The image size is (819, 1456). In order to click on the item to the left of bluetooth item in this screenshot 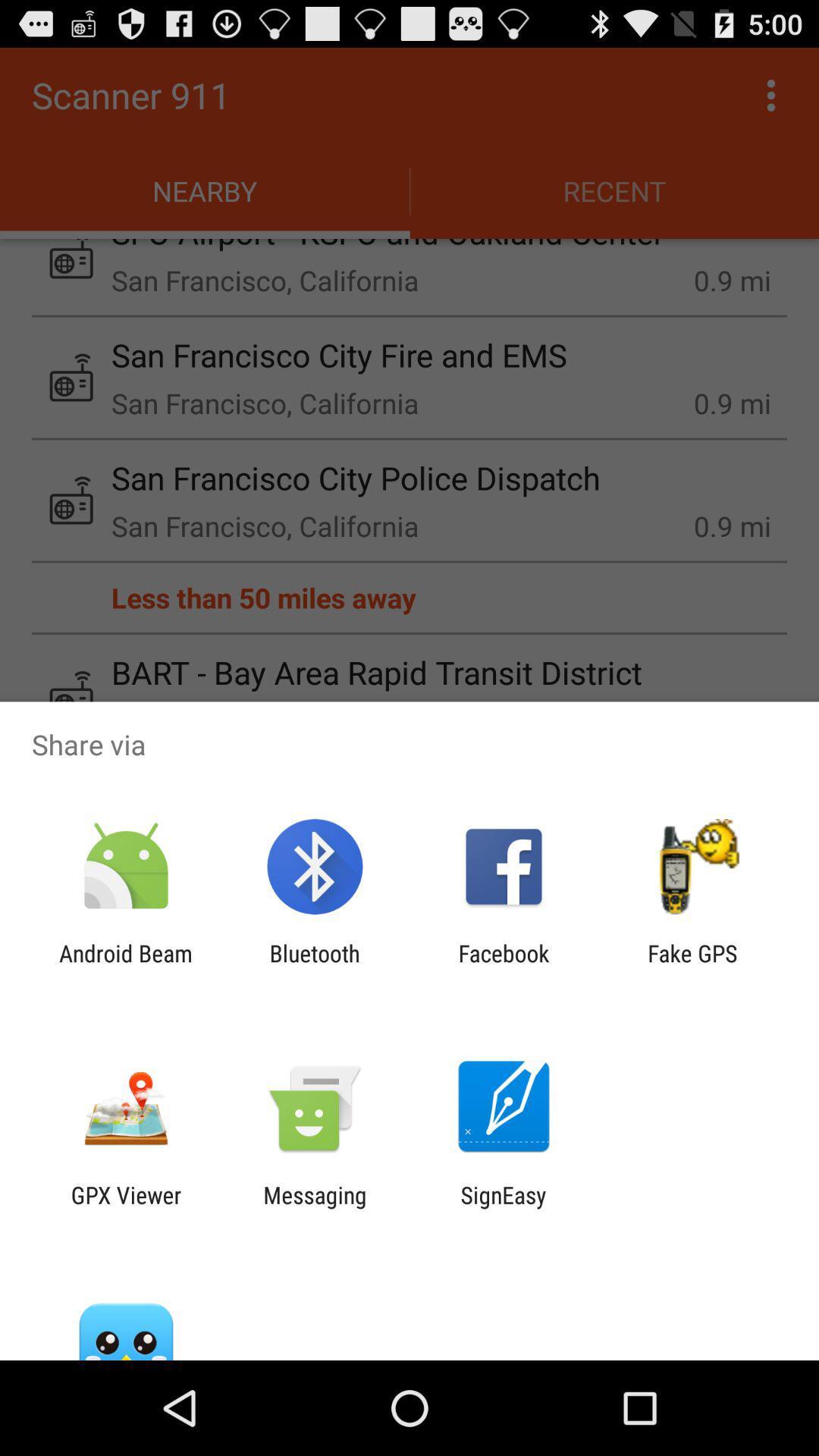, I will do `click(125, 966)`.